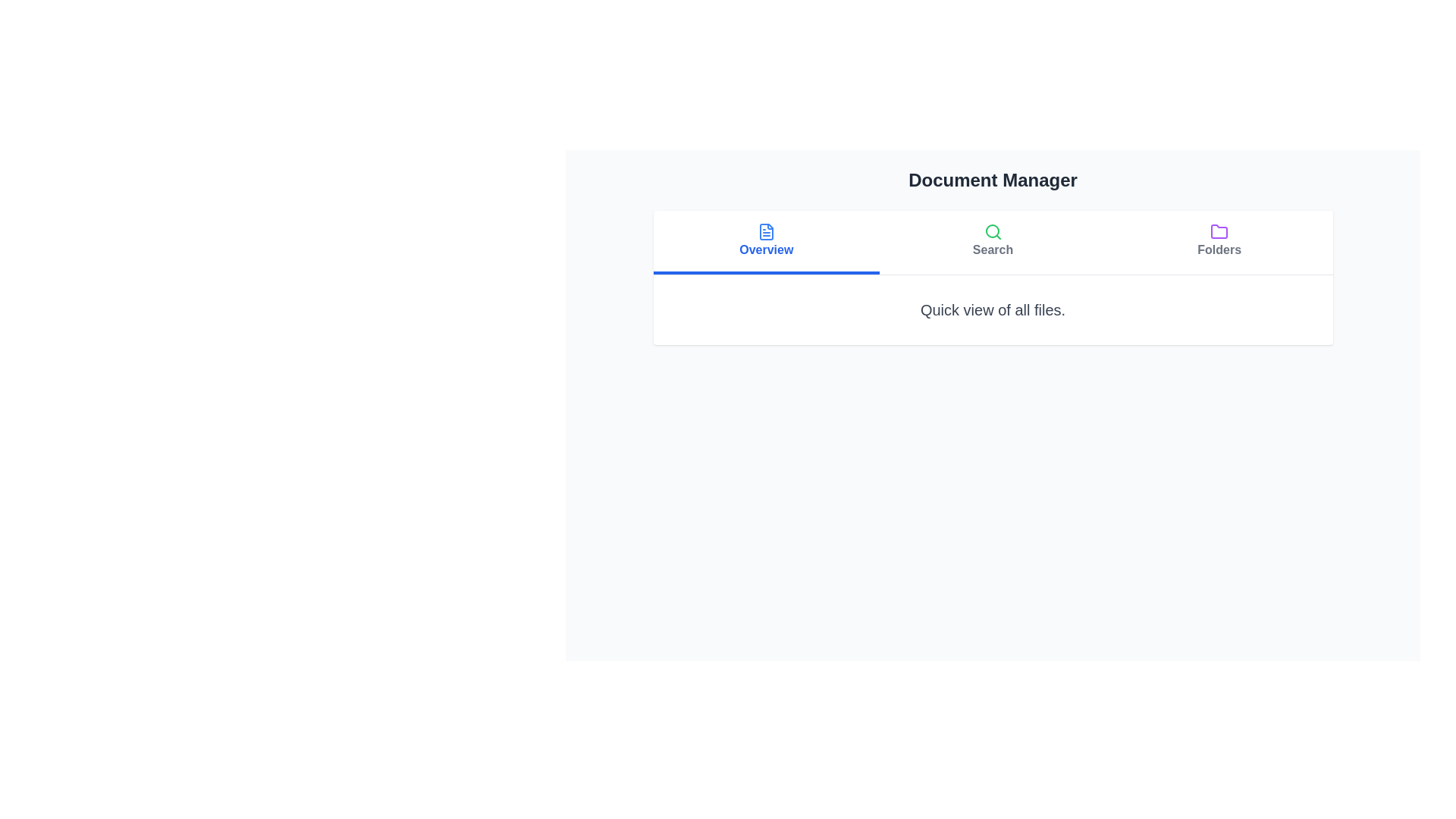 This screenshot has width=1456, height=819. I want to click on the static text component that provides context or guidance about file-related operations, located centrally beneath the navigation options, so click(993, 309).